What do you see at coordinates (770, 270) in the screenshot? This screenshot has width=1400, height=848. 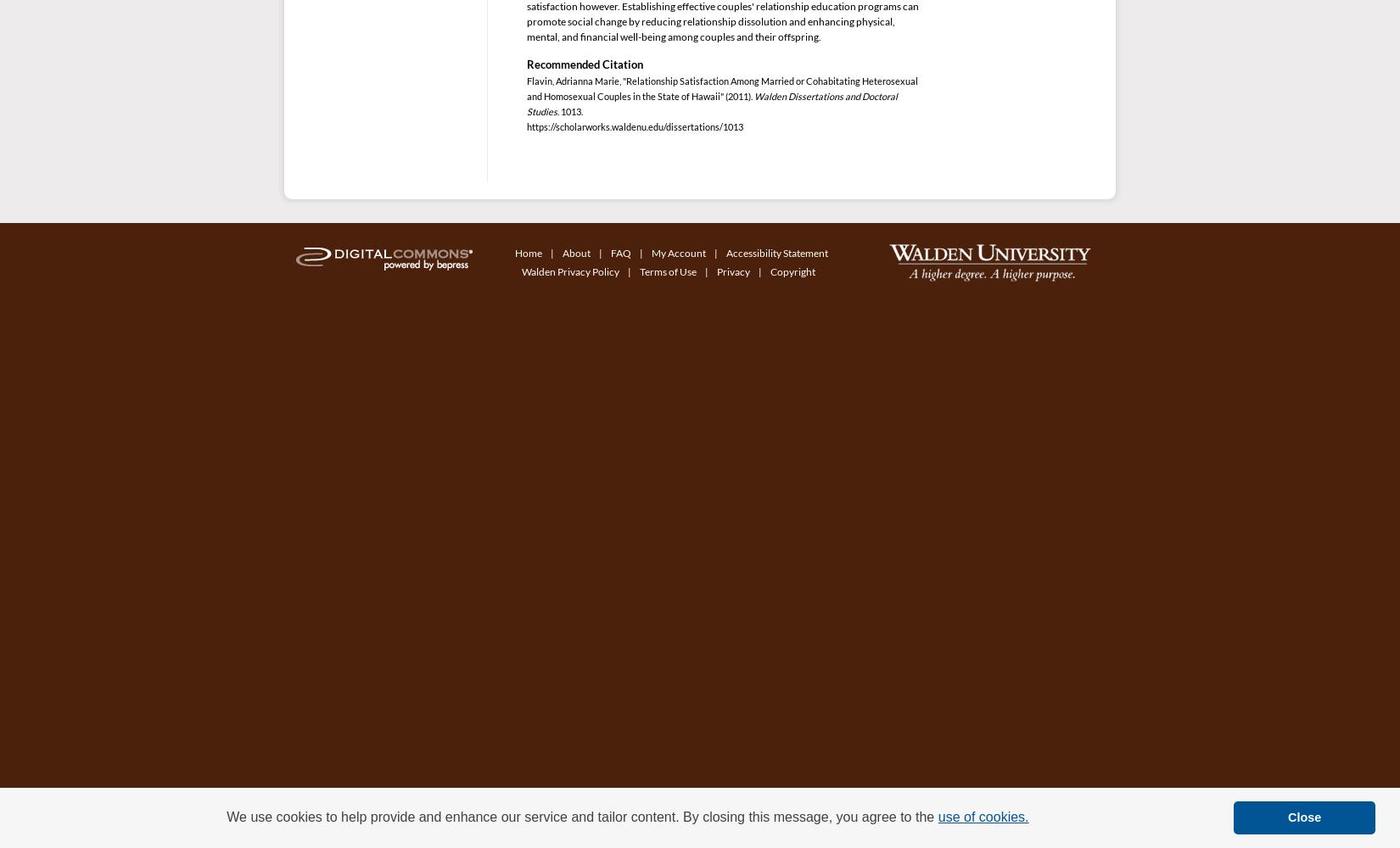 I see `'Copyright'` at bounding box center [770, 270].